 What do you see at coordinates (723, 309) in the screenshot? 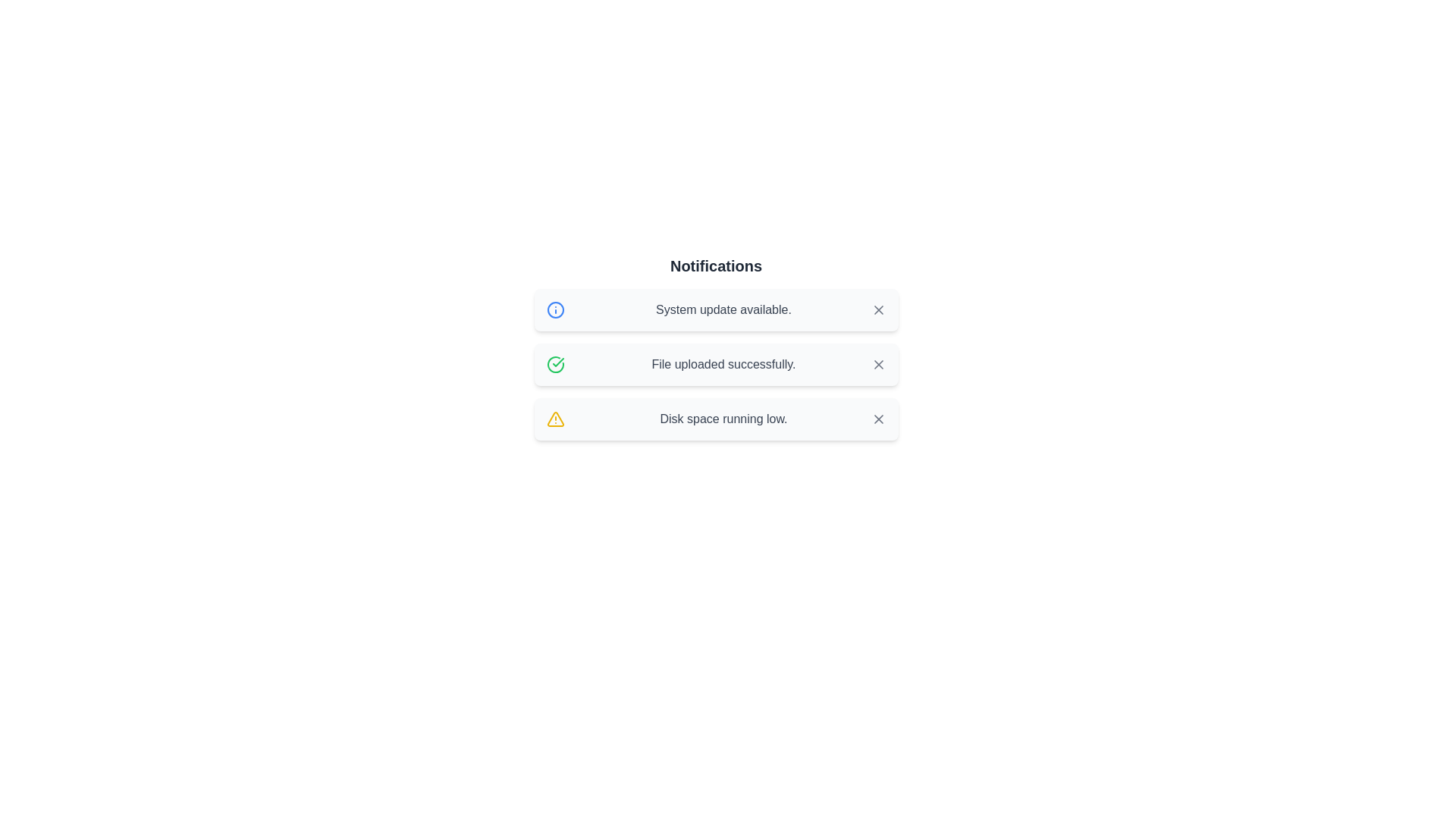
I see `the text label that displays 'System update available.' which is styled in gray and located centrally within the notification card` at bounding box center [723, 309].